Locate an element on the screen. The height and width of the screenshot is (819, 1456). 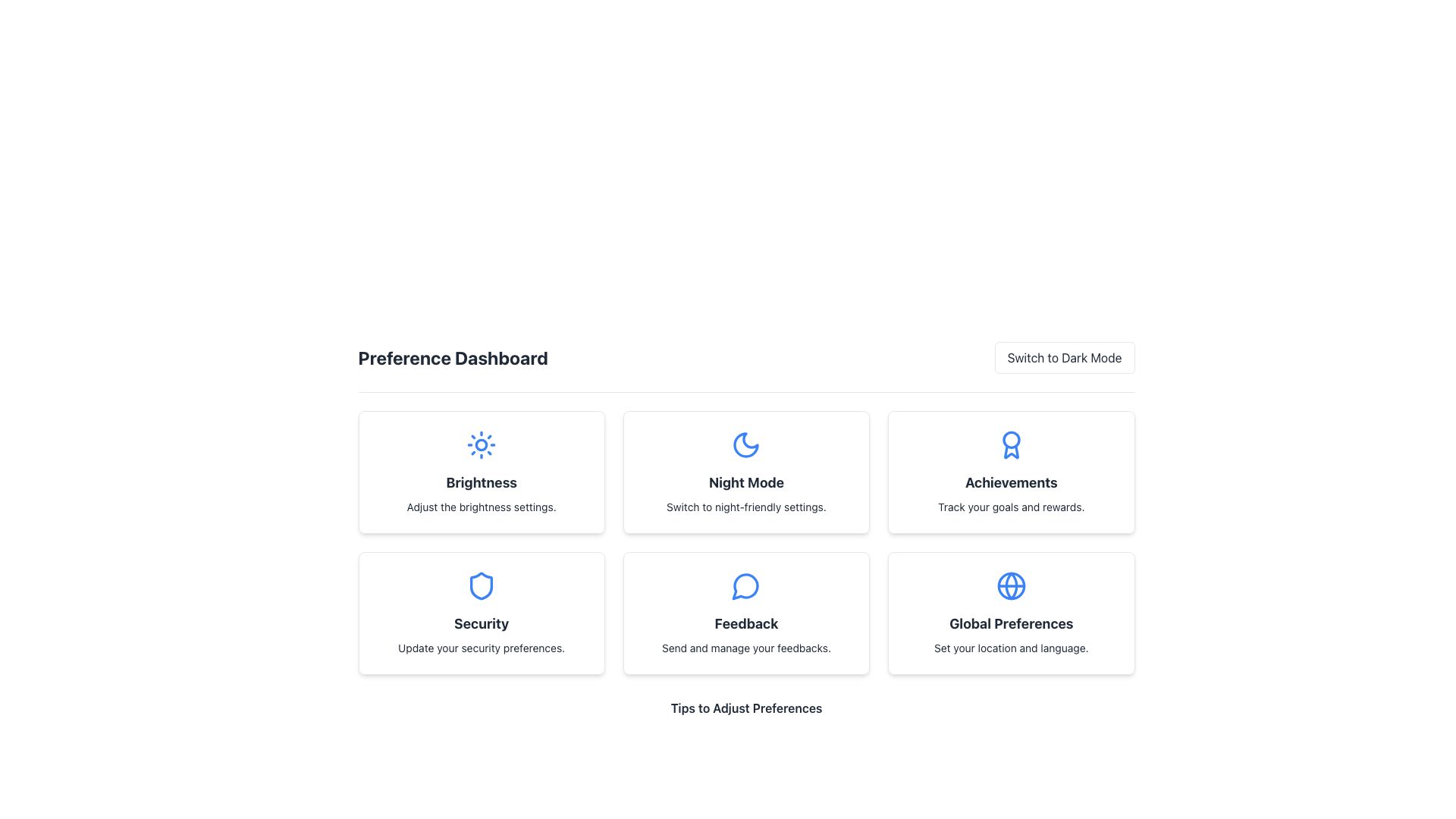
the Interactive card or feature panel in the second row and second column of the grid layout is located at coordinates (746, 613).